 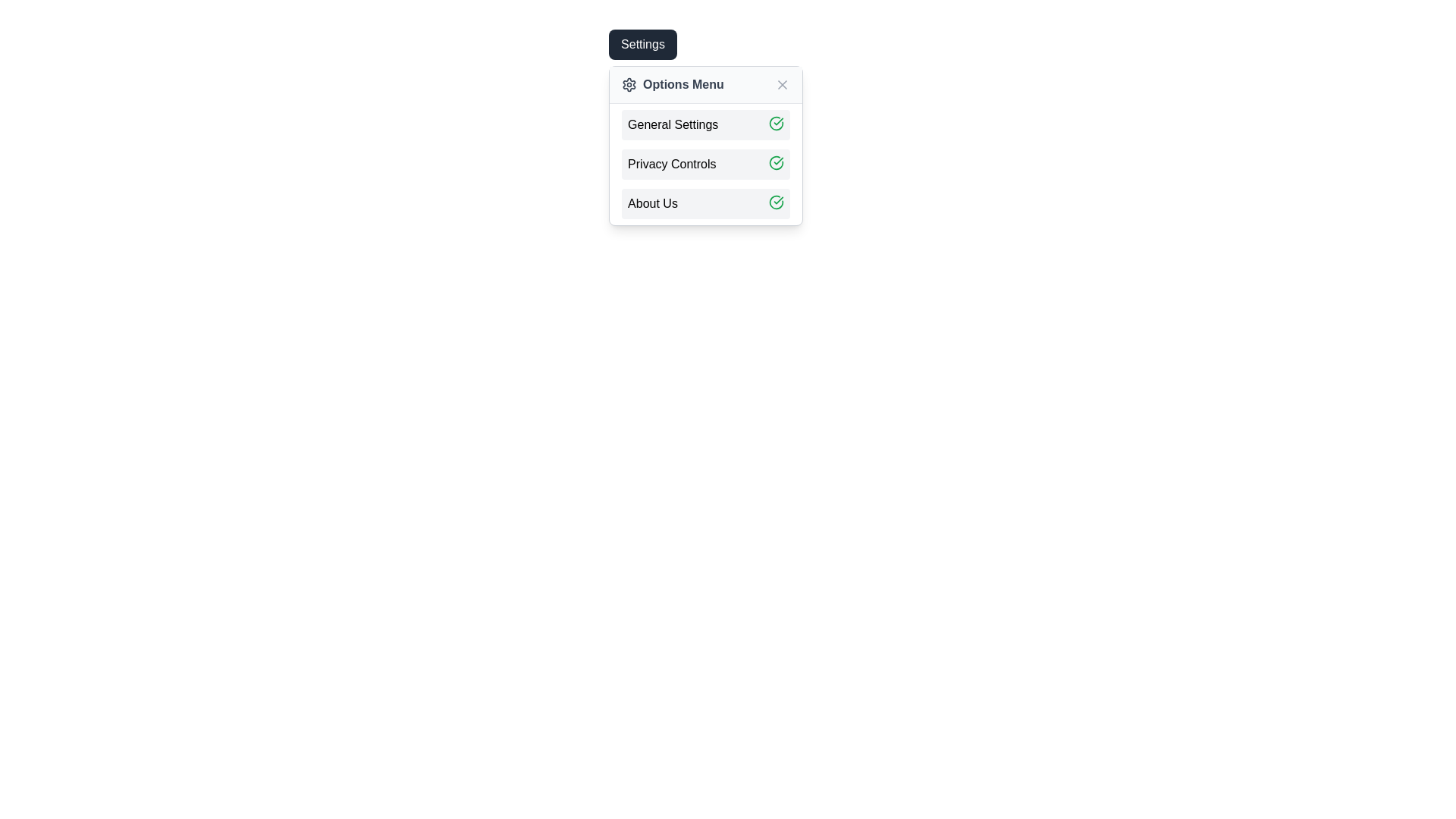 I want to click on the 'About Us' menu item located in the 'Options Menu' dropdown, so click(x=705, y=203).